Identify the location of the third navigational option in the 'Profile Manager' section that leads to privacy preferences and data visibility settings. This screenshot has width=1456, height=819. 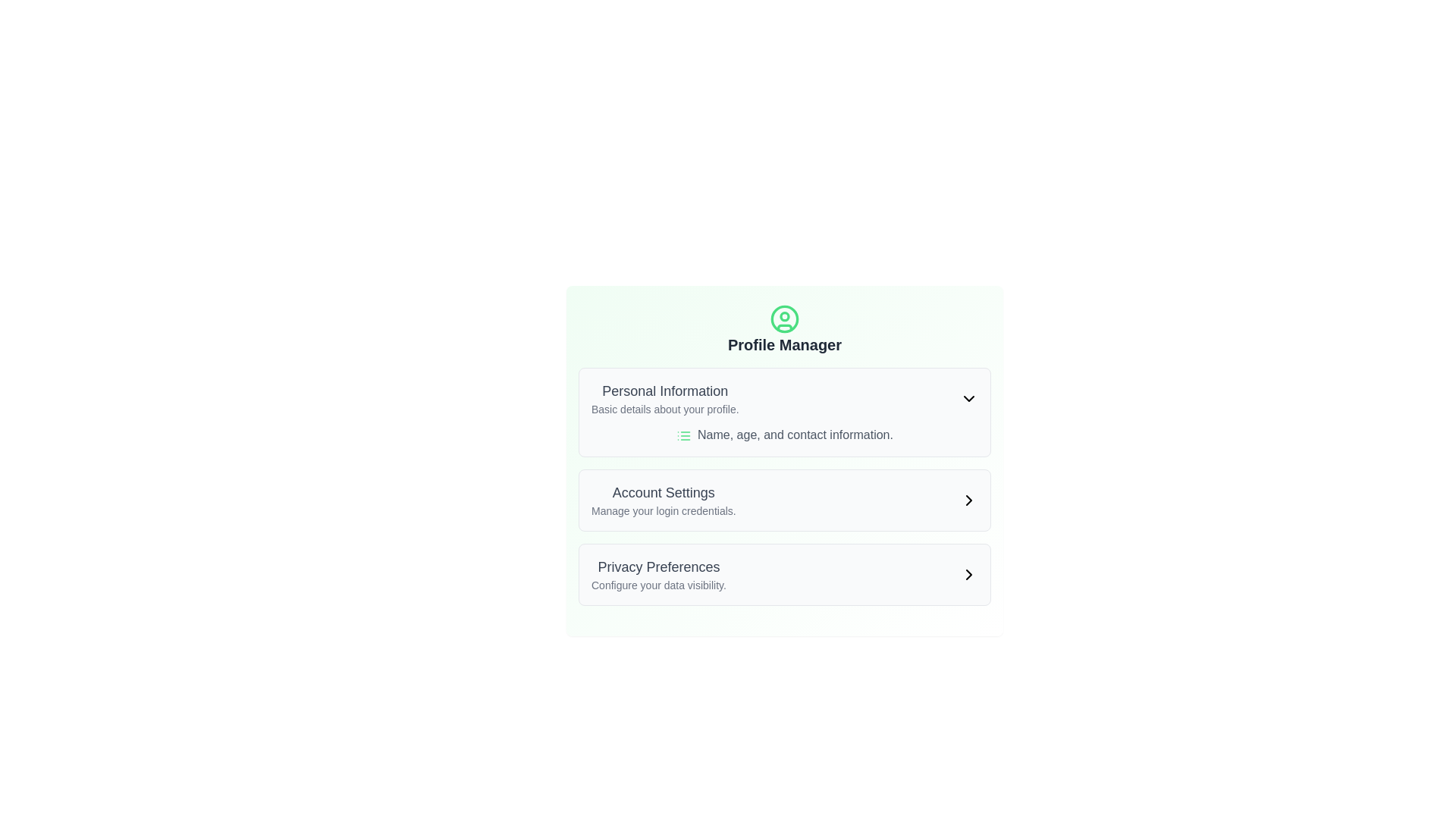
(785, 575).